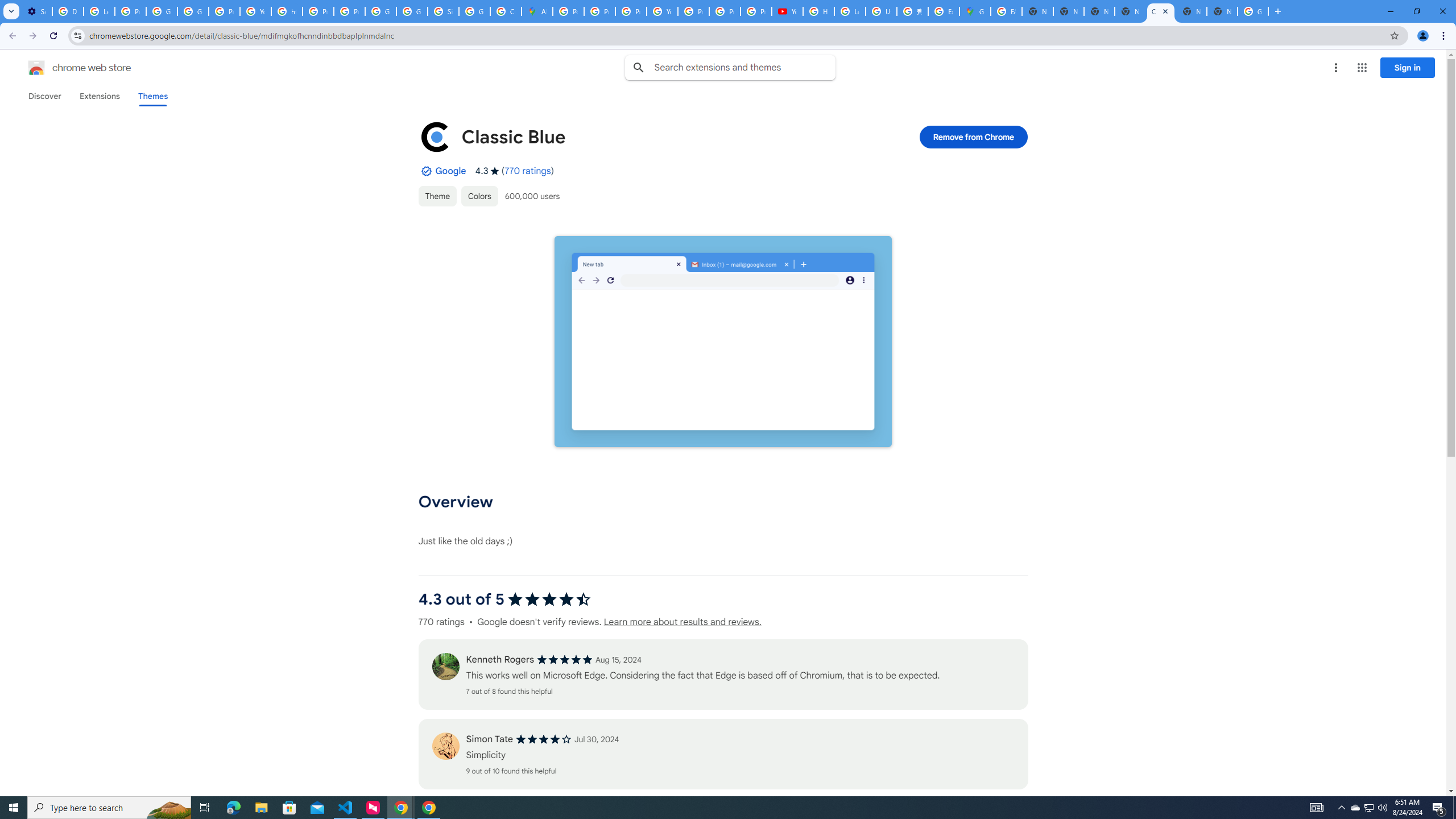  What do you see at coordinates (599, 11) in the screenshot?
I see `'Privacy Help Center - Policies Help'` at bounding box center [599, 11].